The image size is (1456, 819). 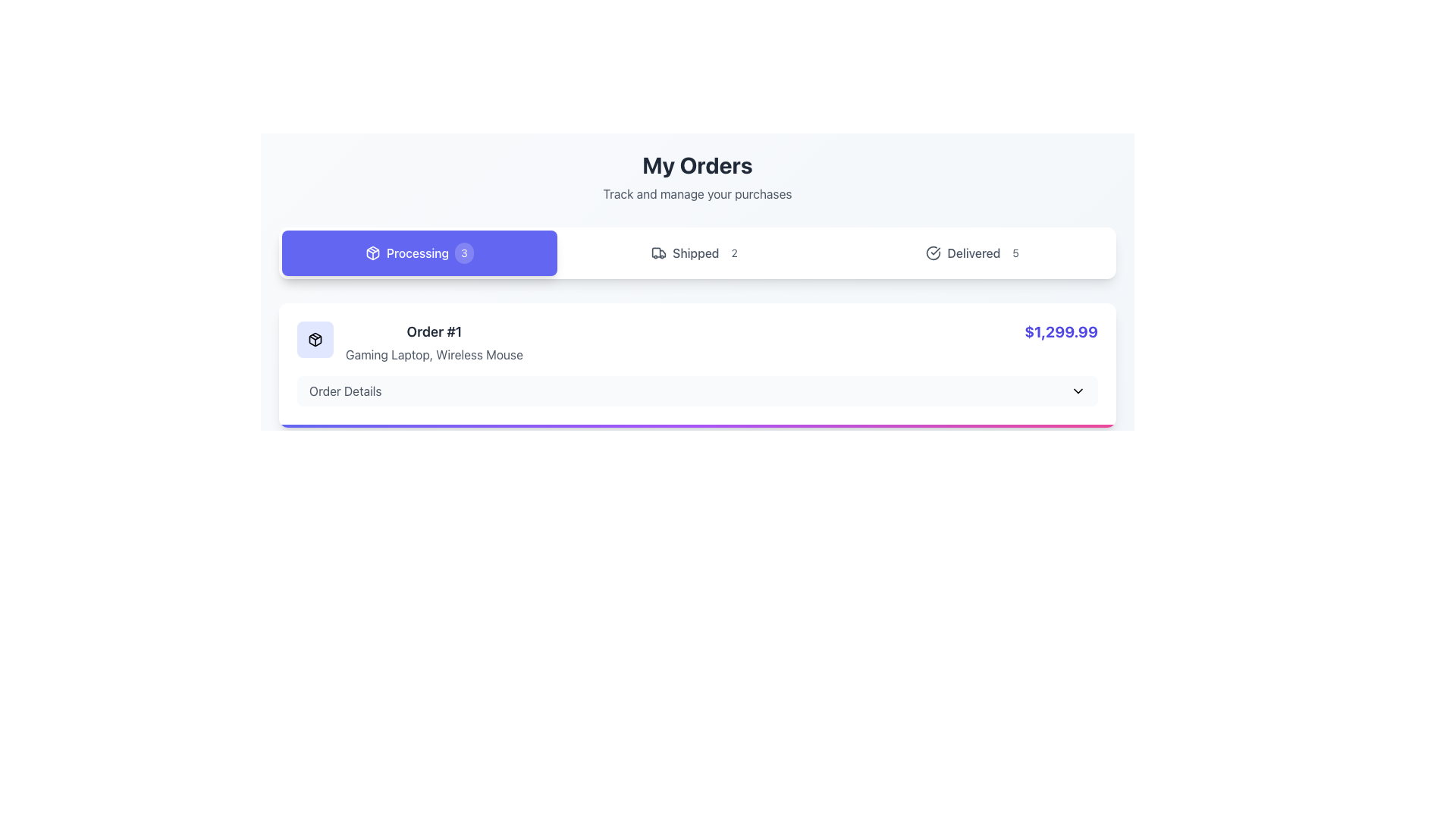 What do you see at coordinates (697, 193) in the screenshot?
I see `the static text that provides a brief description or context for the 'My Orders' section, located directly beneath the title and horizontally centered on the page` at bounding box center [697, 193].